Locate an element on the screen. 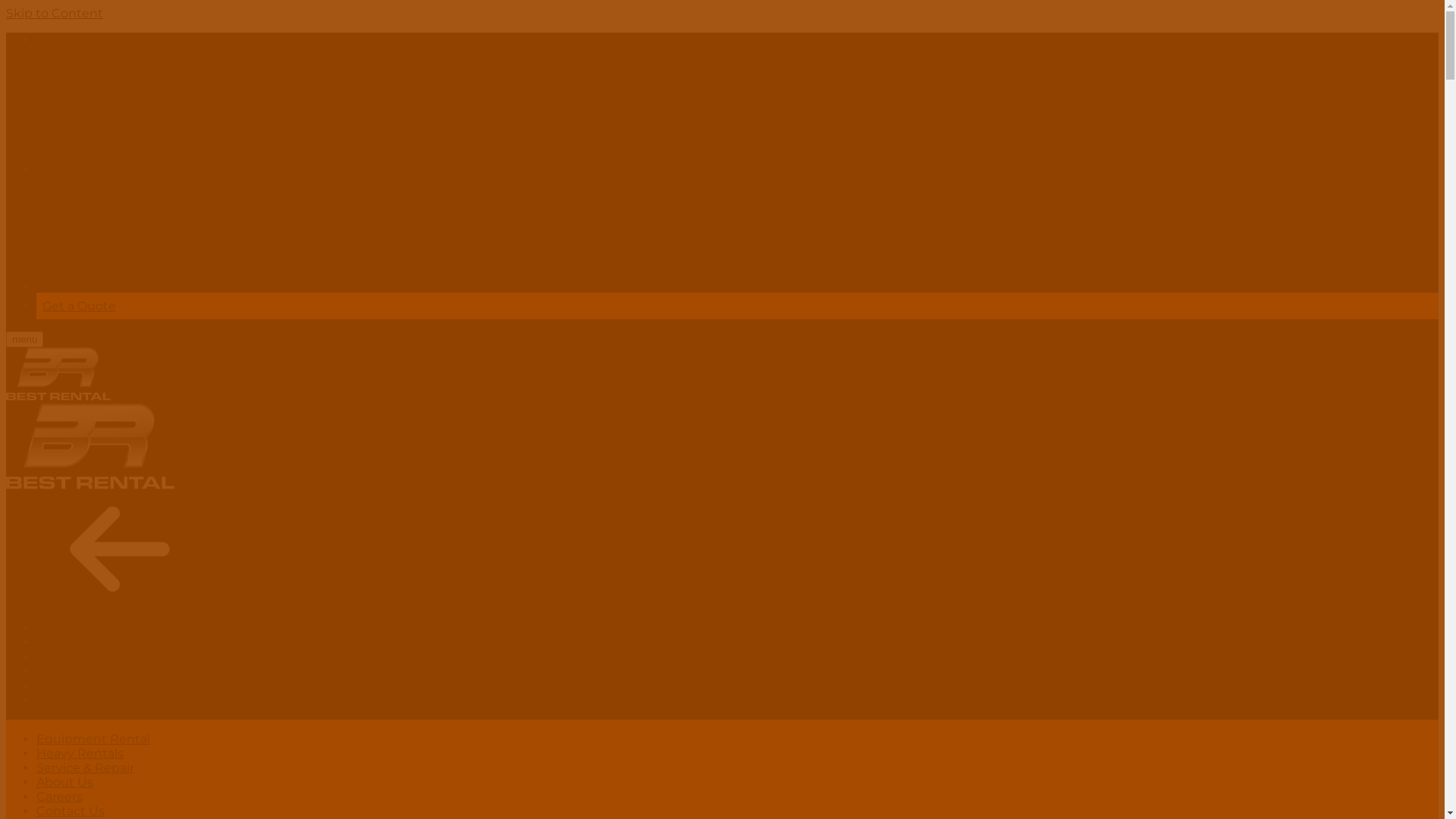 The image size is (1456, 819). 'Careers' is located at coordinates (59, 795).